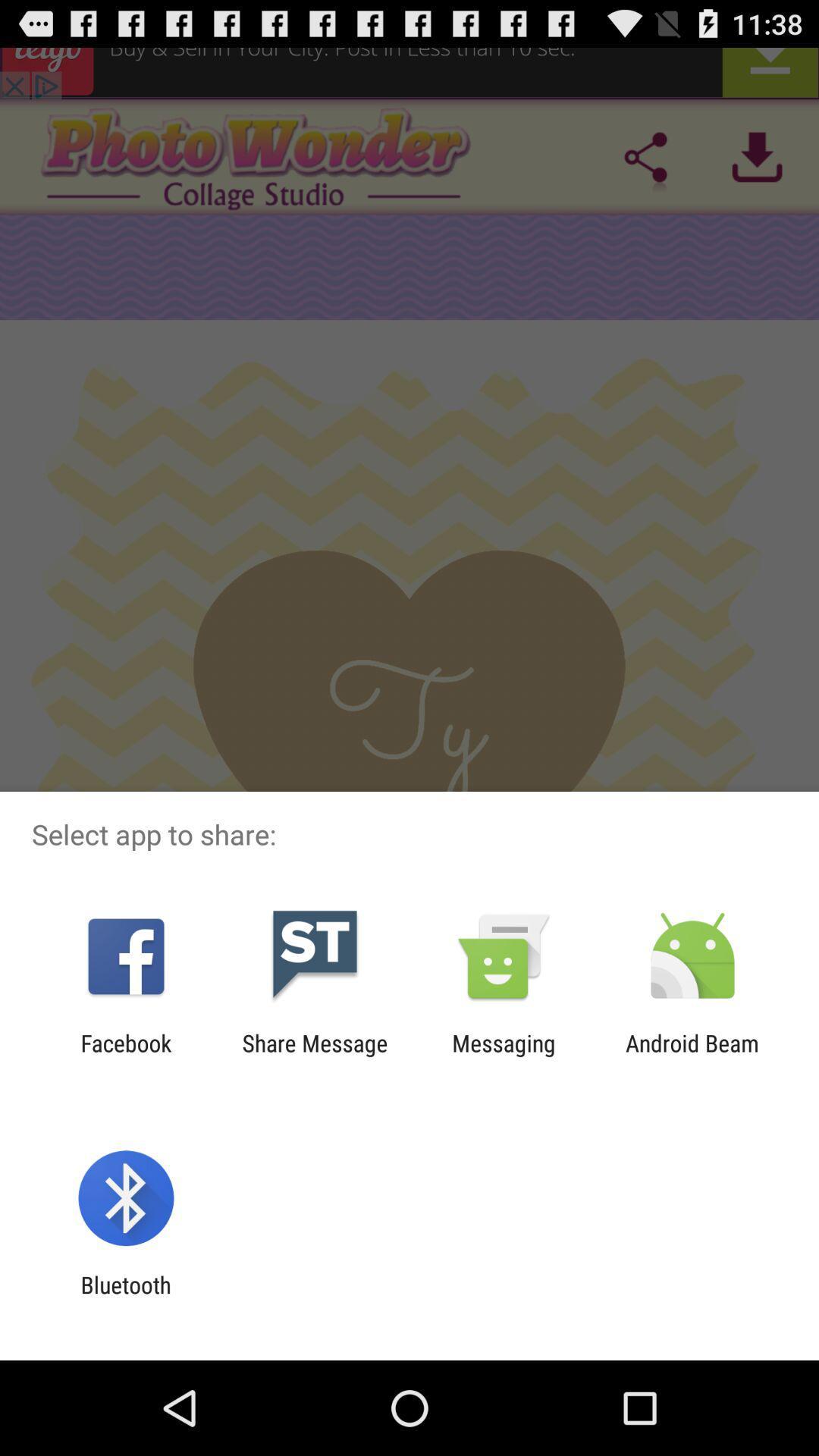 This screenshot has height=1456, width=819. I want to click on the messaging item, so click(504, 1056).